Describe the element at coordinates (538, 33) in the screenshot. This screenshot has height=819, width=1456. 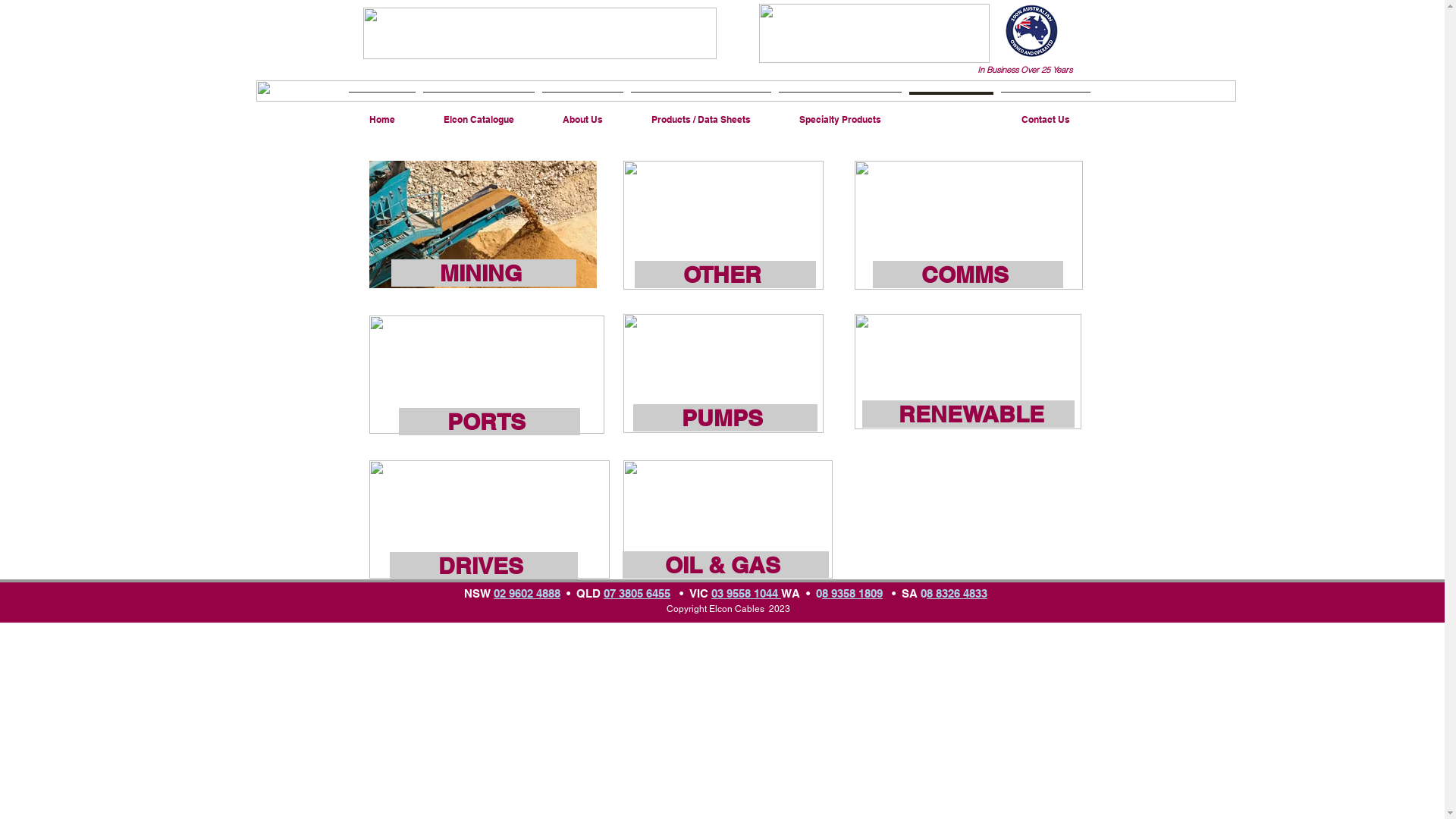
I see `'Elcon Logo.png'` at that location.